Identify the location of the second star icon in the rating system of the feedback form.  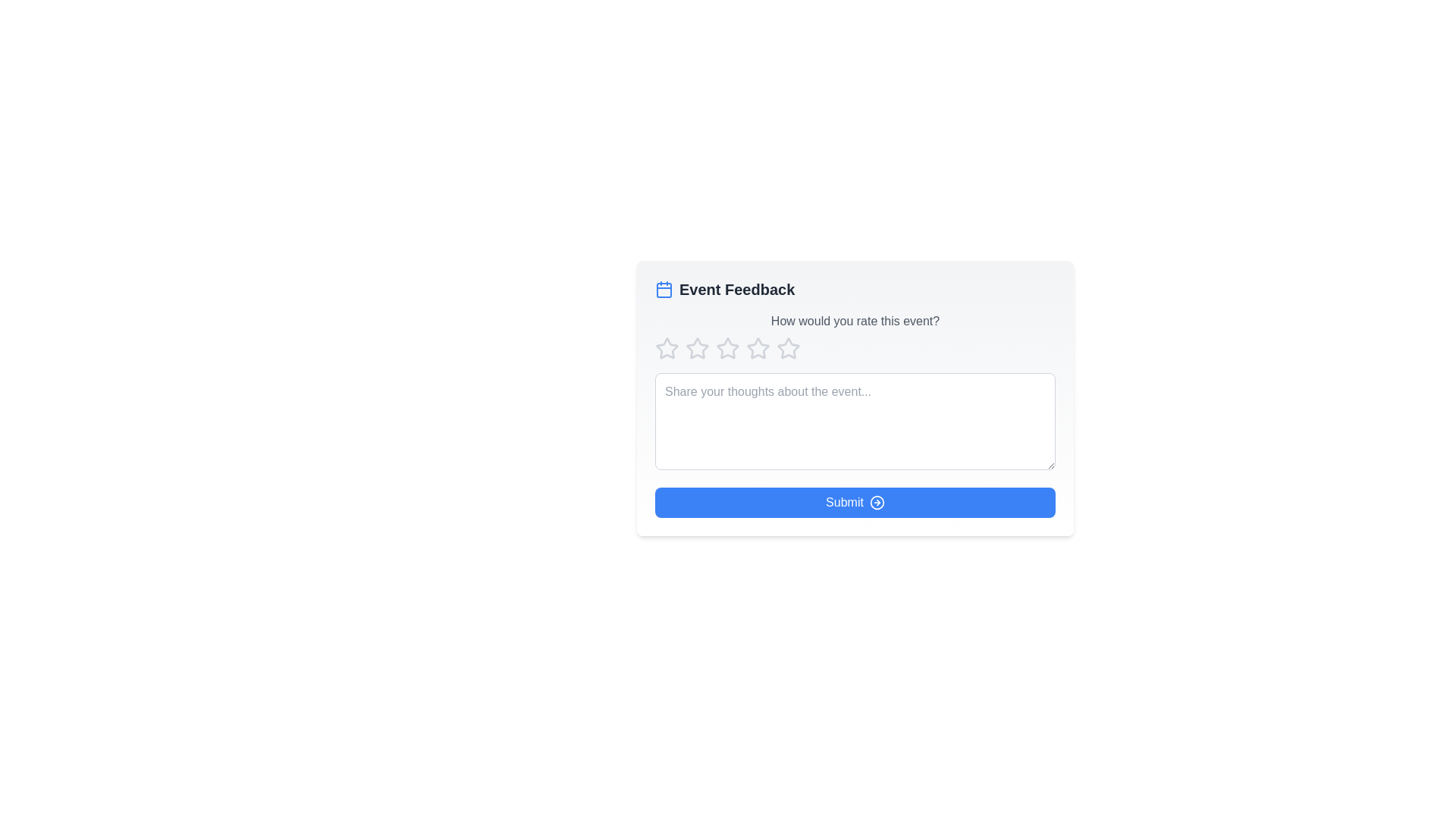
(697, 348).